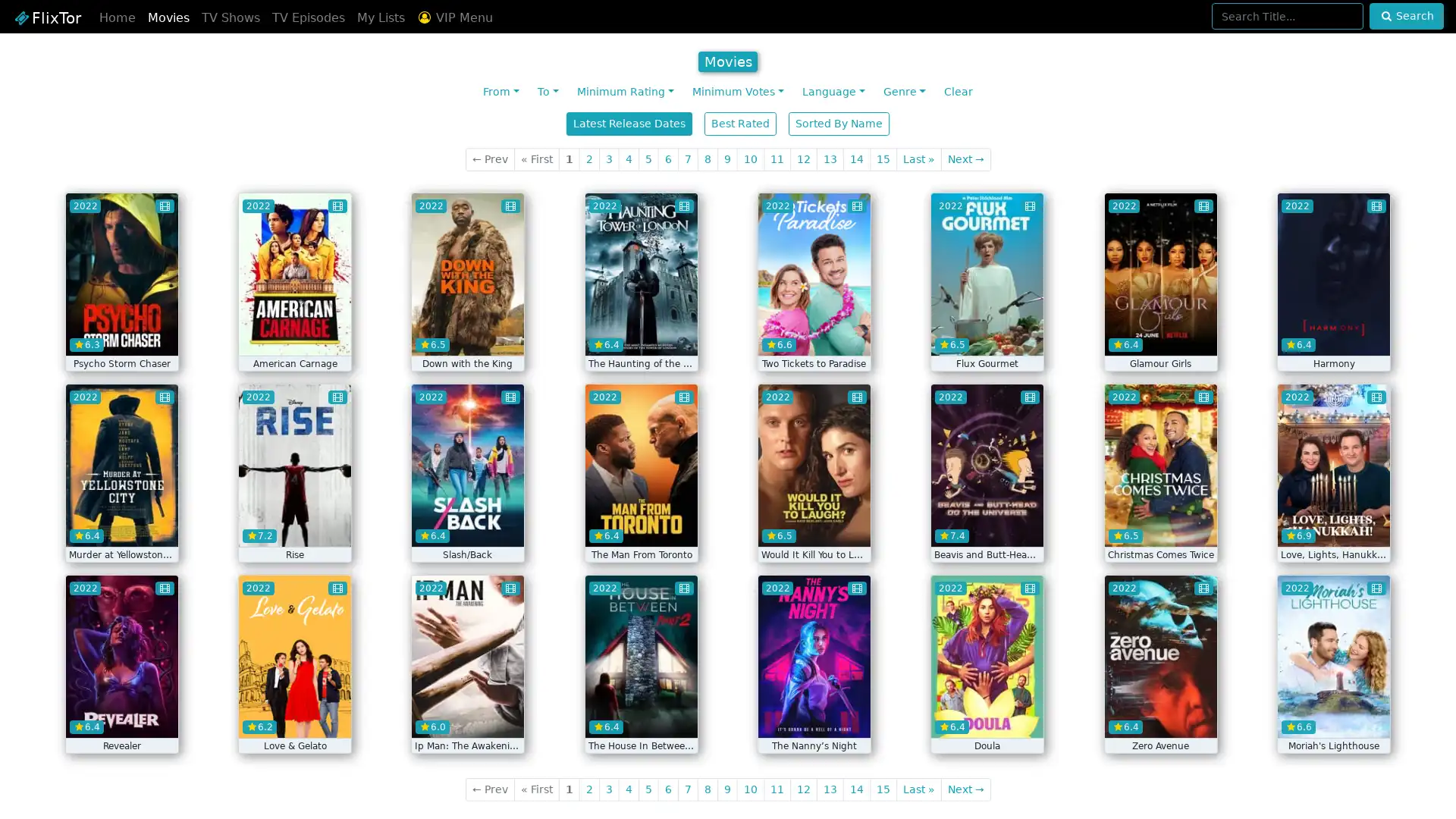  What do you see at coordinates (1159, 523) in the screenshot?
I see `Watch Now` at bounding box center [1159, 523].